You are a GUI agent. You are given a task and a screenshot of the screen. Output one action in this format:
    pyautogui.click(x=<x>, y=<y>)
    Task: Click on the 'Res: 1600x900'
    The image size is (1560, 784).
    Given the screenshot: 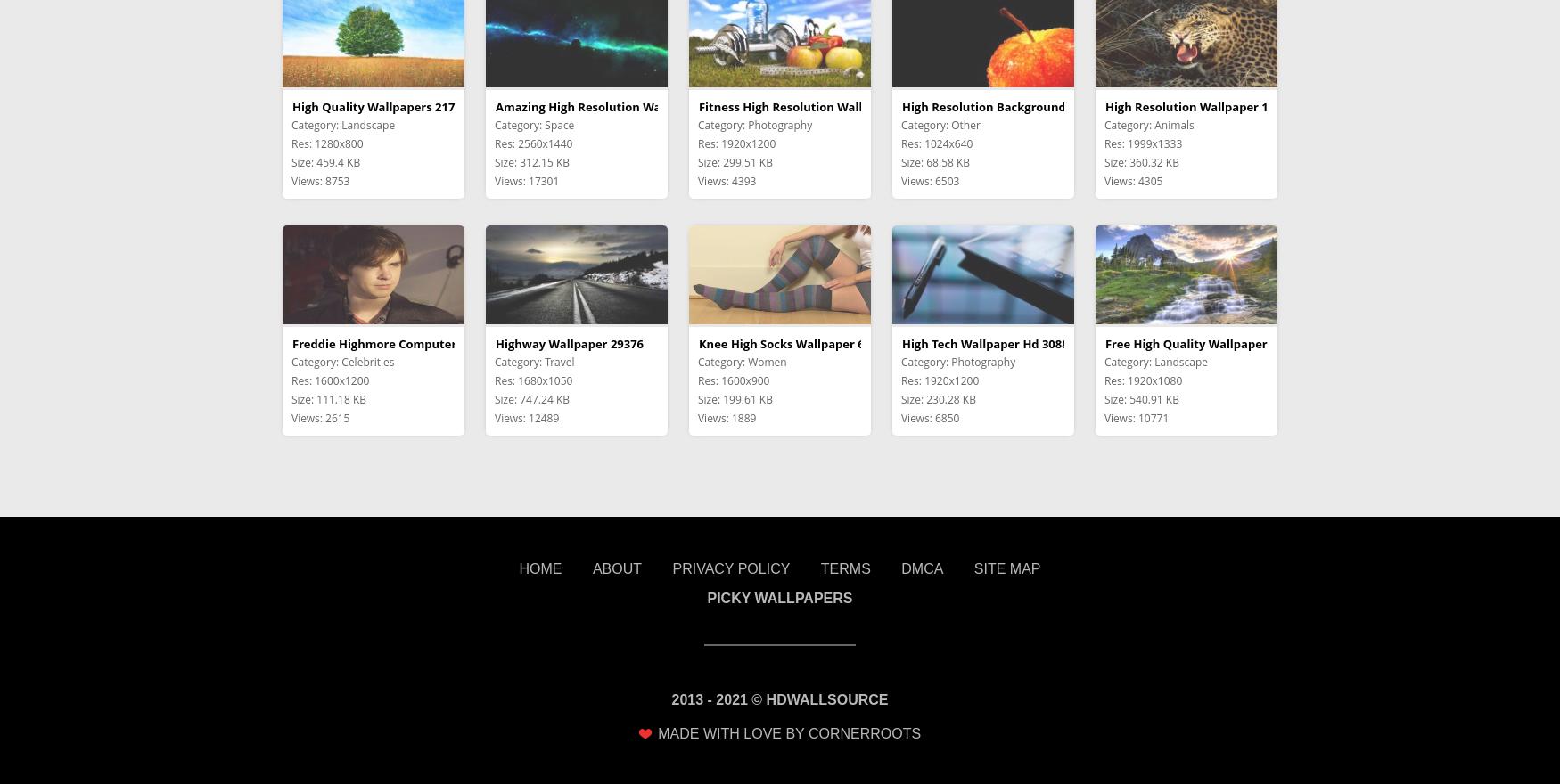 What is the action you would take?
    pyautogui.click(x=733, y=380)
    